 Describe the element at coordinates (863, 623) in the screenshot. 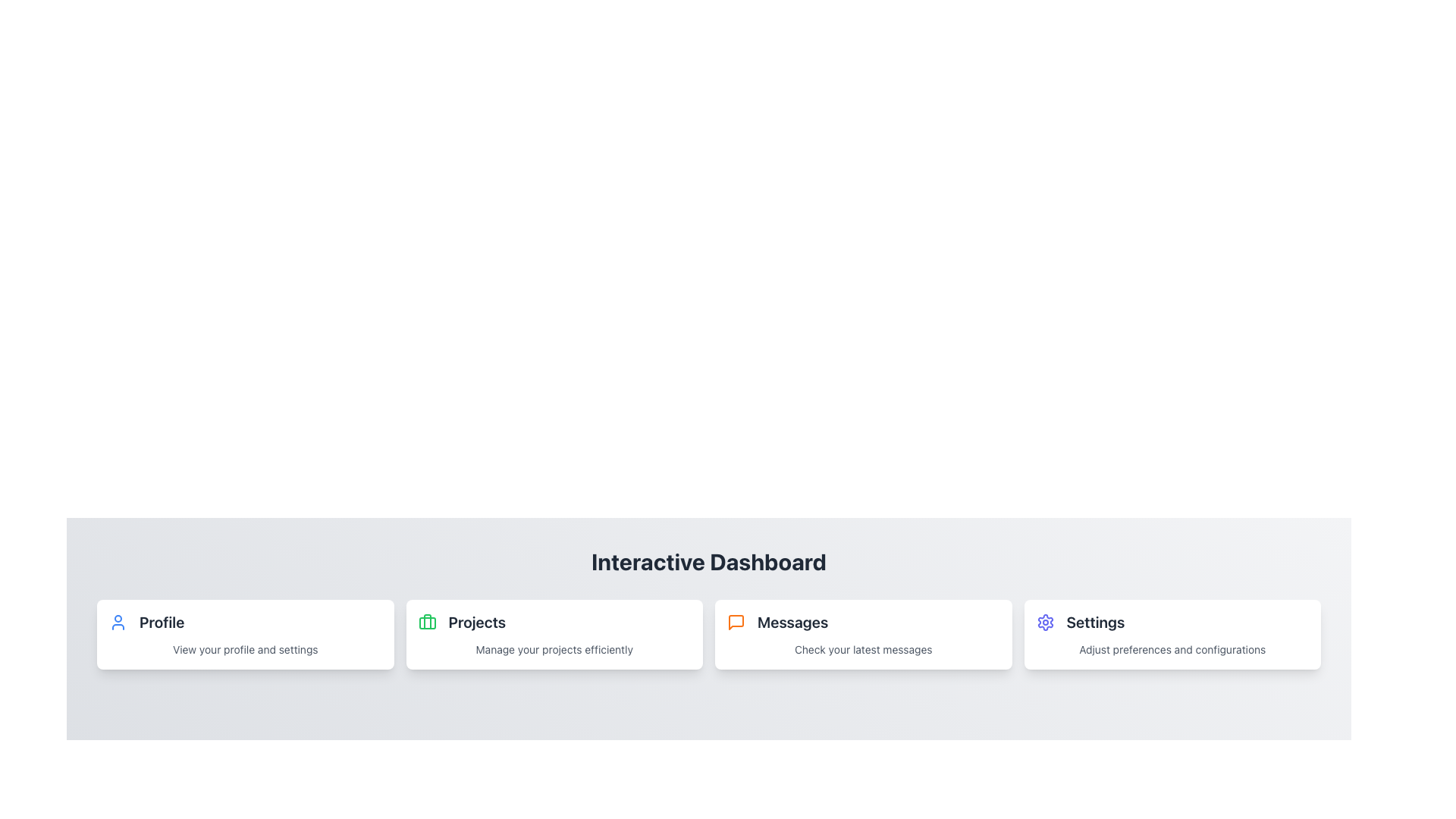

I see `the 'Messages' text label which is styled in bold and large font, located centrally in the 'Messages' card of the dashboard interface for accessibility purposes` at that location.